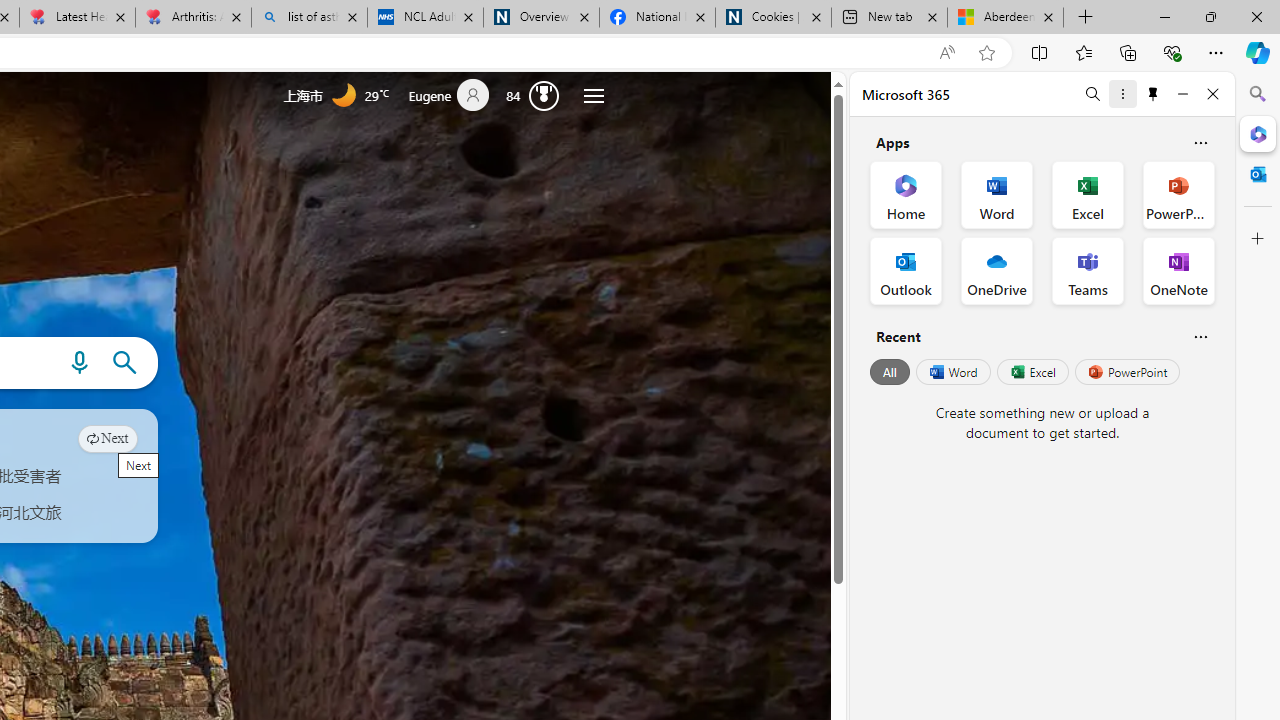 The height and width of the screenshot is (720, 1280). Describe the element at coordinates (193, 17) in the screenshot. I see `'Arthritis: Ask Health Professionals'` at that location.